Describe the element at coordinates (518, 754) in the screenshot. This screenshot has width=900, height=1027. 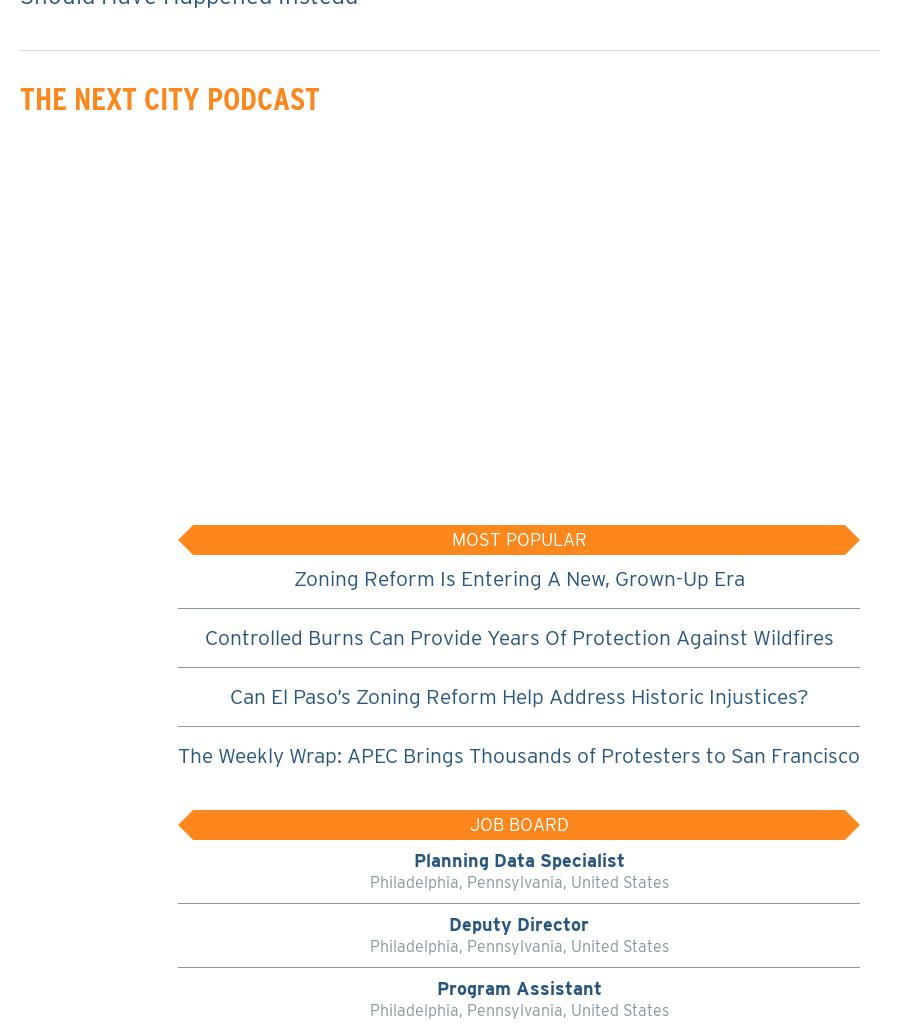
I see `'The Weekly Wrap: APEC Brings Thousands of Protesters to San Francisco'` at that location.